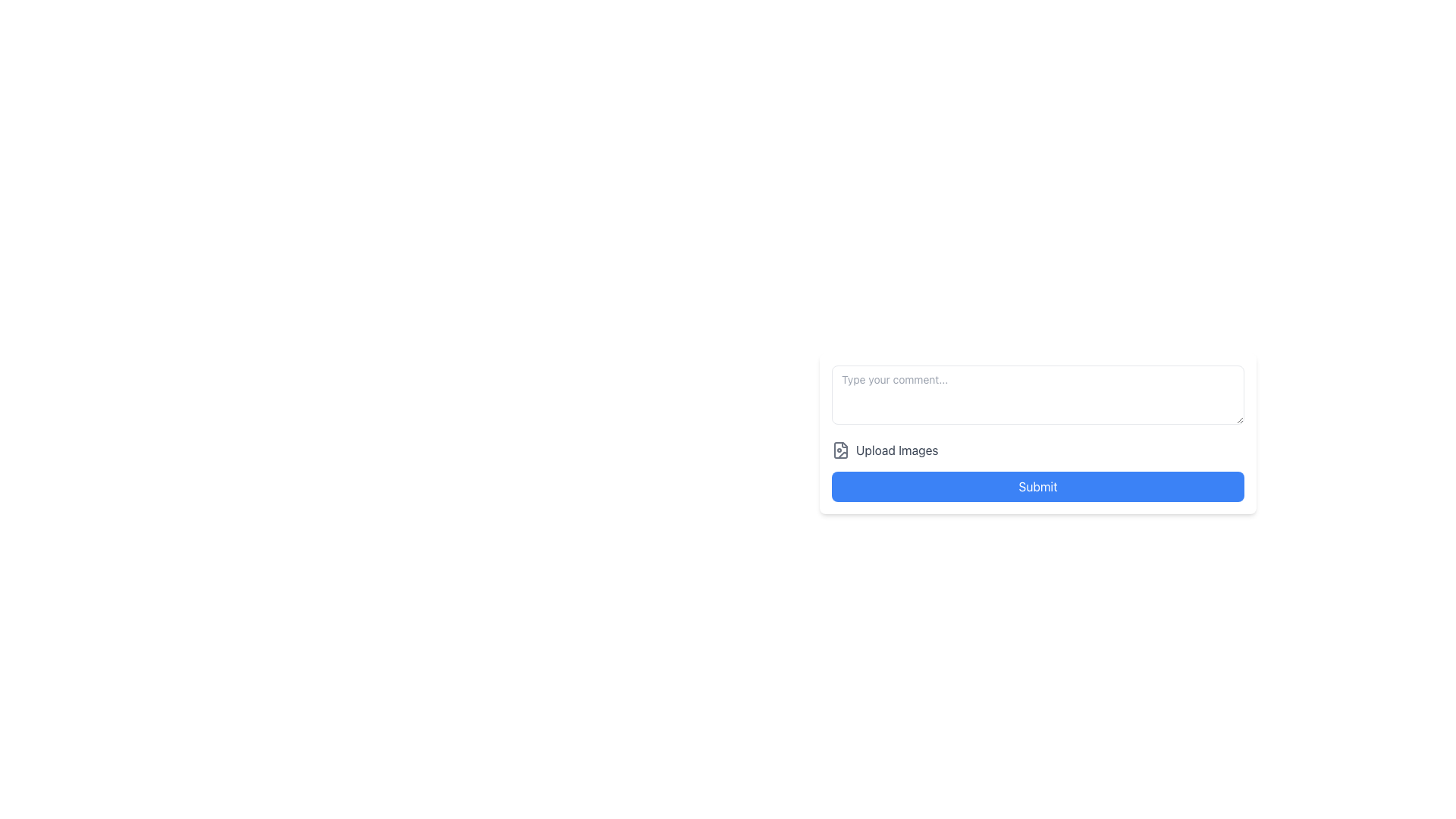 The height and width of the screenshot is (819, 1456). Describe the element at coordinates (839, 450) in the screenshot. I see `the SVG Icon element that resembles a document with a camera overlay, positioned to the left of the 'Upload Images' label` at that location.